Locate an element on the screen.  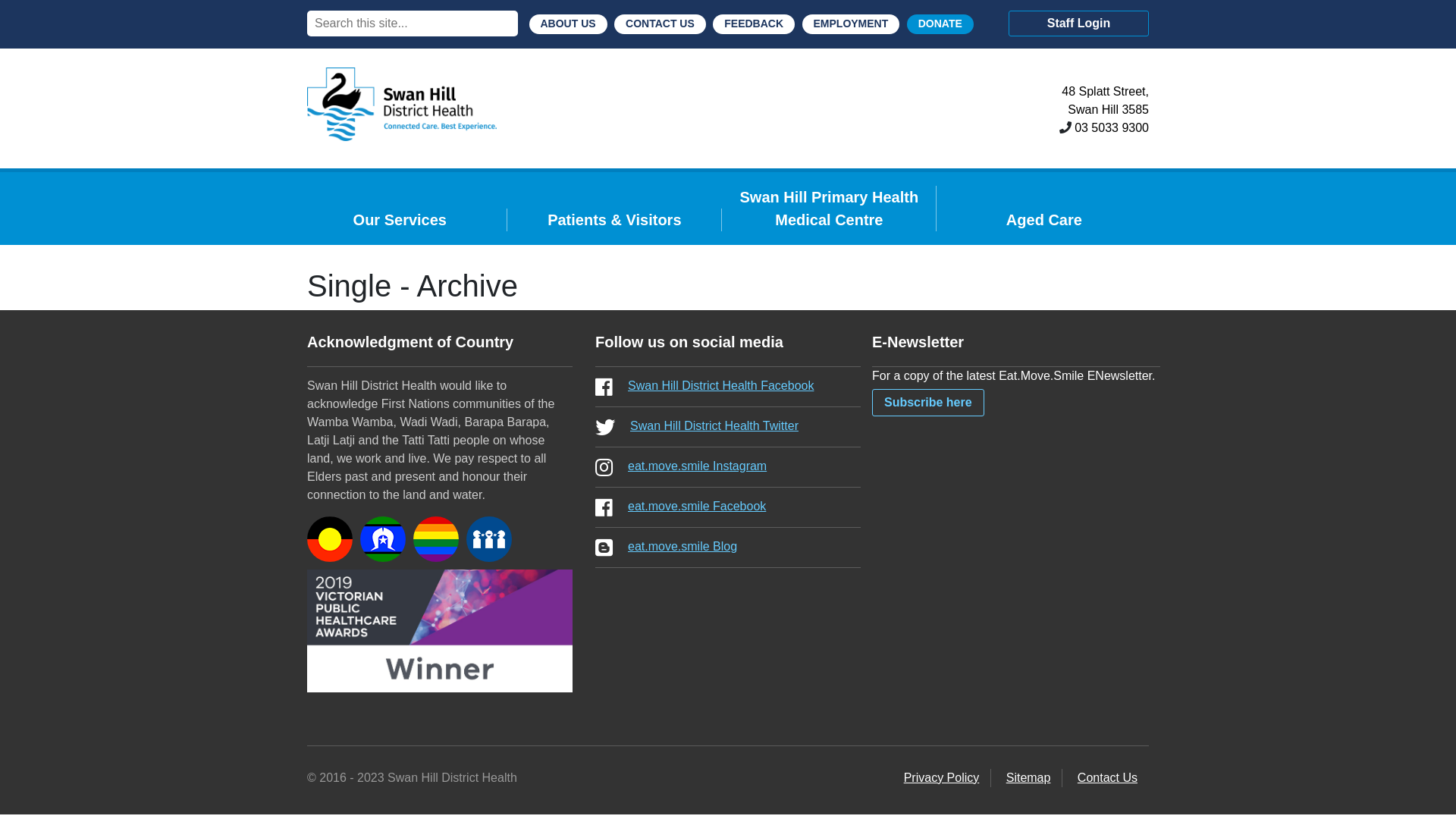
'eat.move.smile Blog' is located at coordinates (728, 548).